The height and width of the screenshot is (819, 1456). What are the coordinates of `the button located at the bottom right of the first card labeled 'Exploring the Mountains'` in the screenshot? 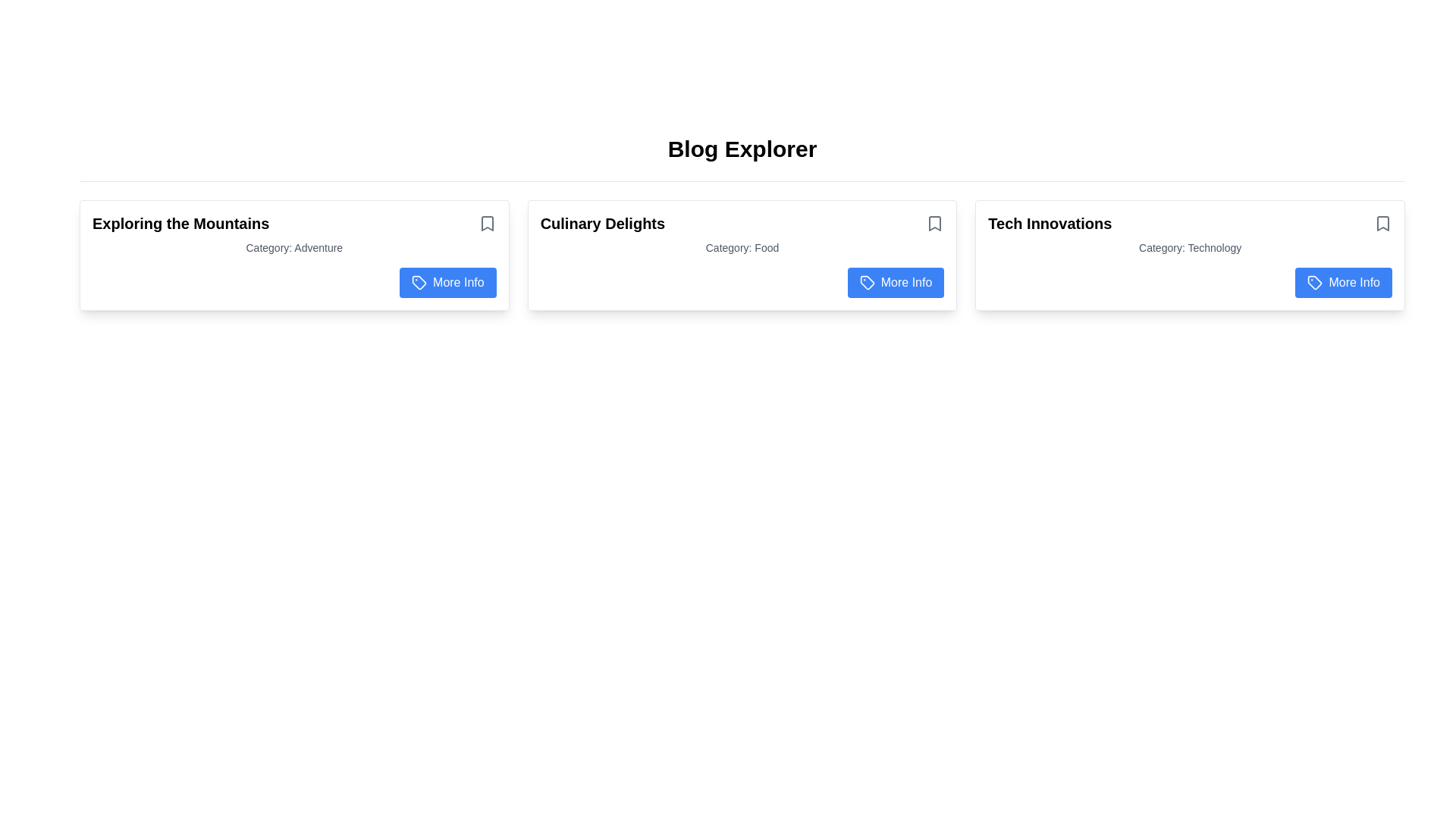 It's located at (447, 283).